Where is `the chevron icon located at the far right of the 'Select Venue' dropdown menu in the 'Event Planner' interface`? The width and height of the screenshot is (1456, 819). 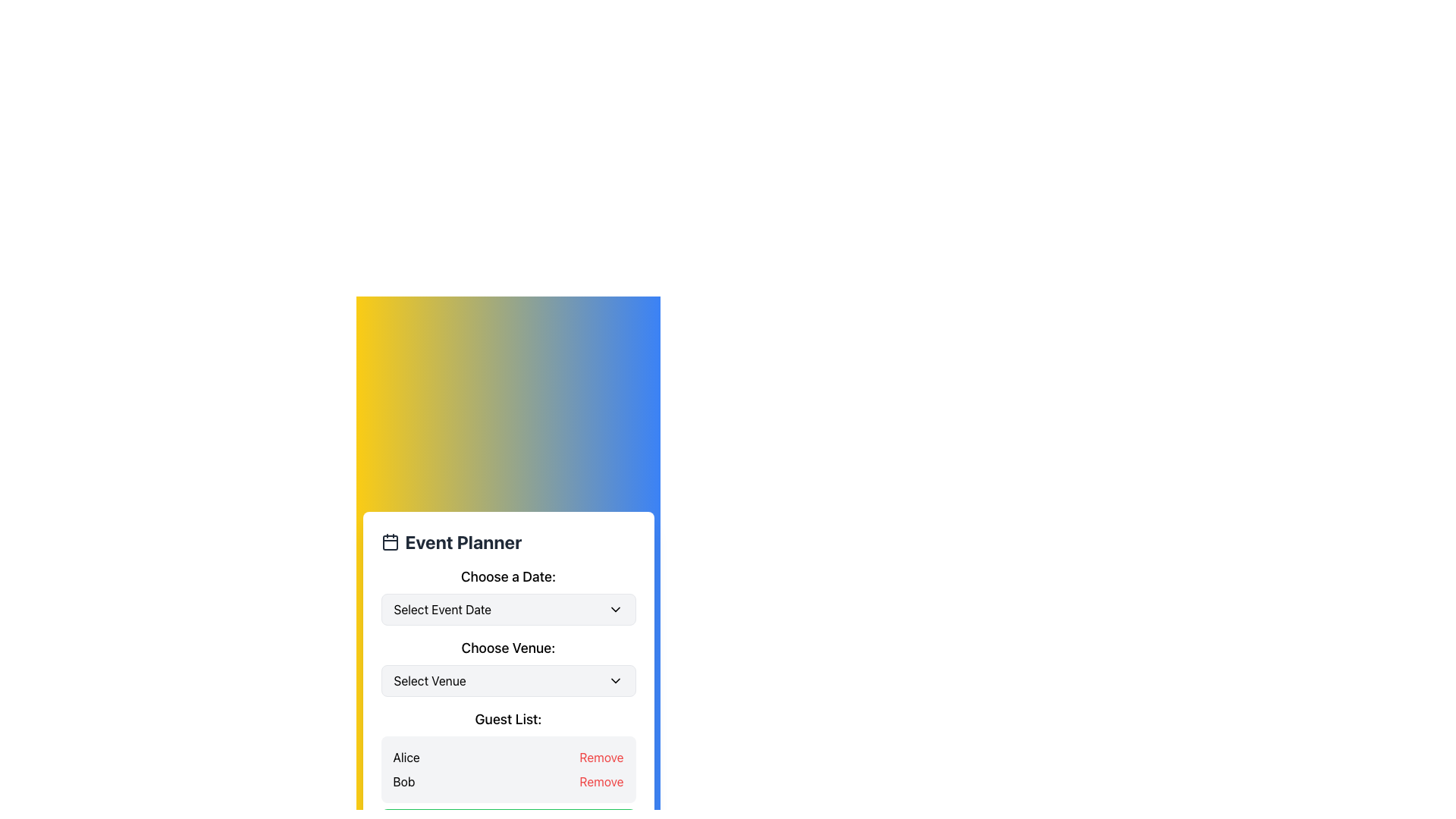
the chevron icon located at the far right of the 'Select Venue' dropdown menu in the 'Event Planner' interface is located at coordinates (615, 680).